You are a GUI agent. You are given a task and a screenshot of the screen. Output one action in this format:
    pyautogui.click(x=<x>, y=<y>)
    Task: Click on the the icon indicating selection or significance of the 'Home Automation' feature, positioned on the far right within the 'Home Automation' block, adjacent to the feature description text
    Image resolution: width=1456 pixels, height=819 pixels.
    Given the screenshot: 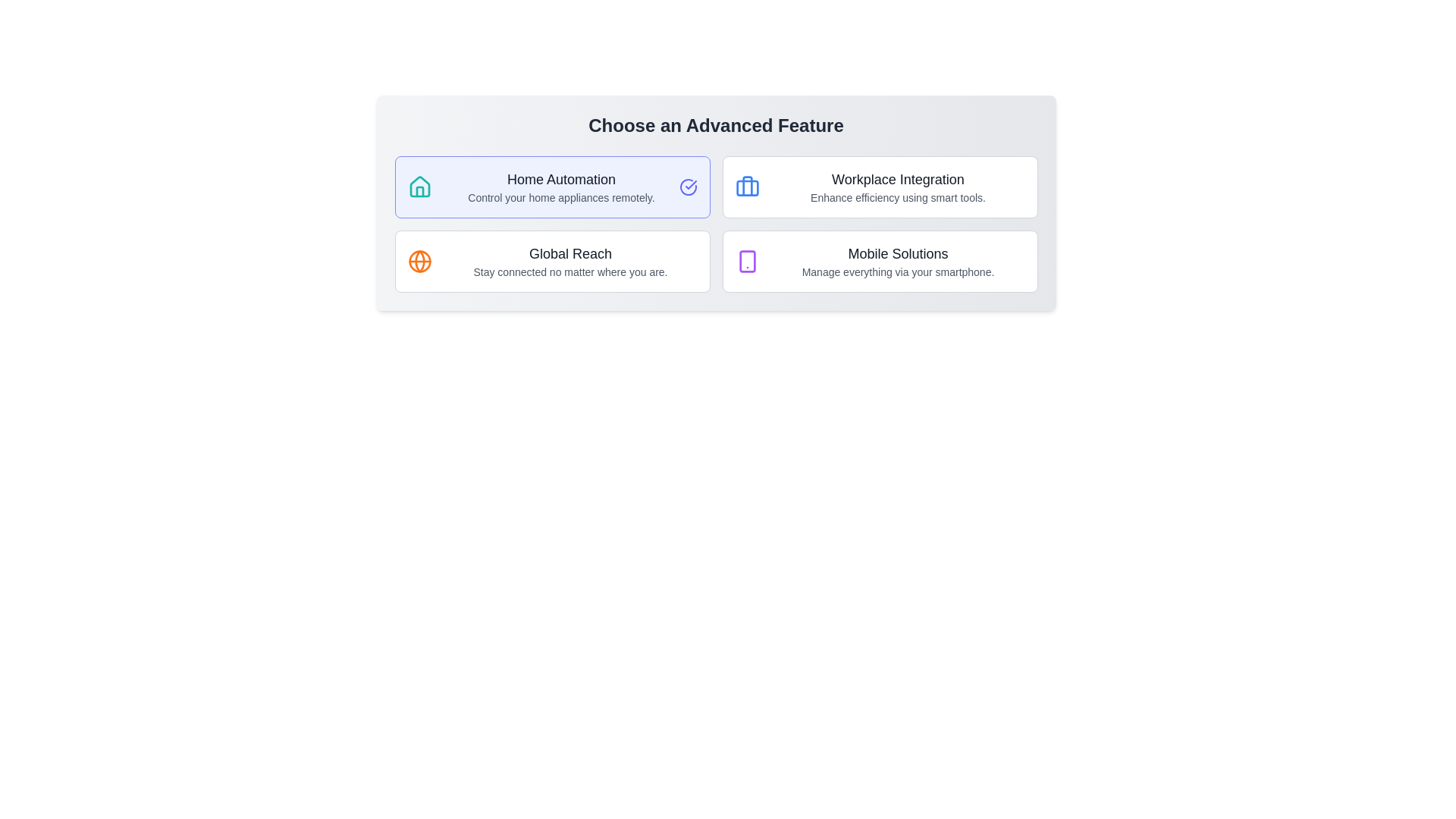 What is the action you would take?
    pyautogui.click(x=687, y=186)
    